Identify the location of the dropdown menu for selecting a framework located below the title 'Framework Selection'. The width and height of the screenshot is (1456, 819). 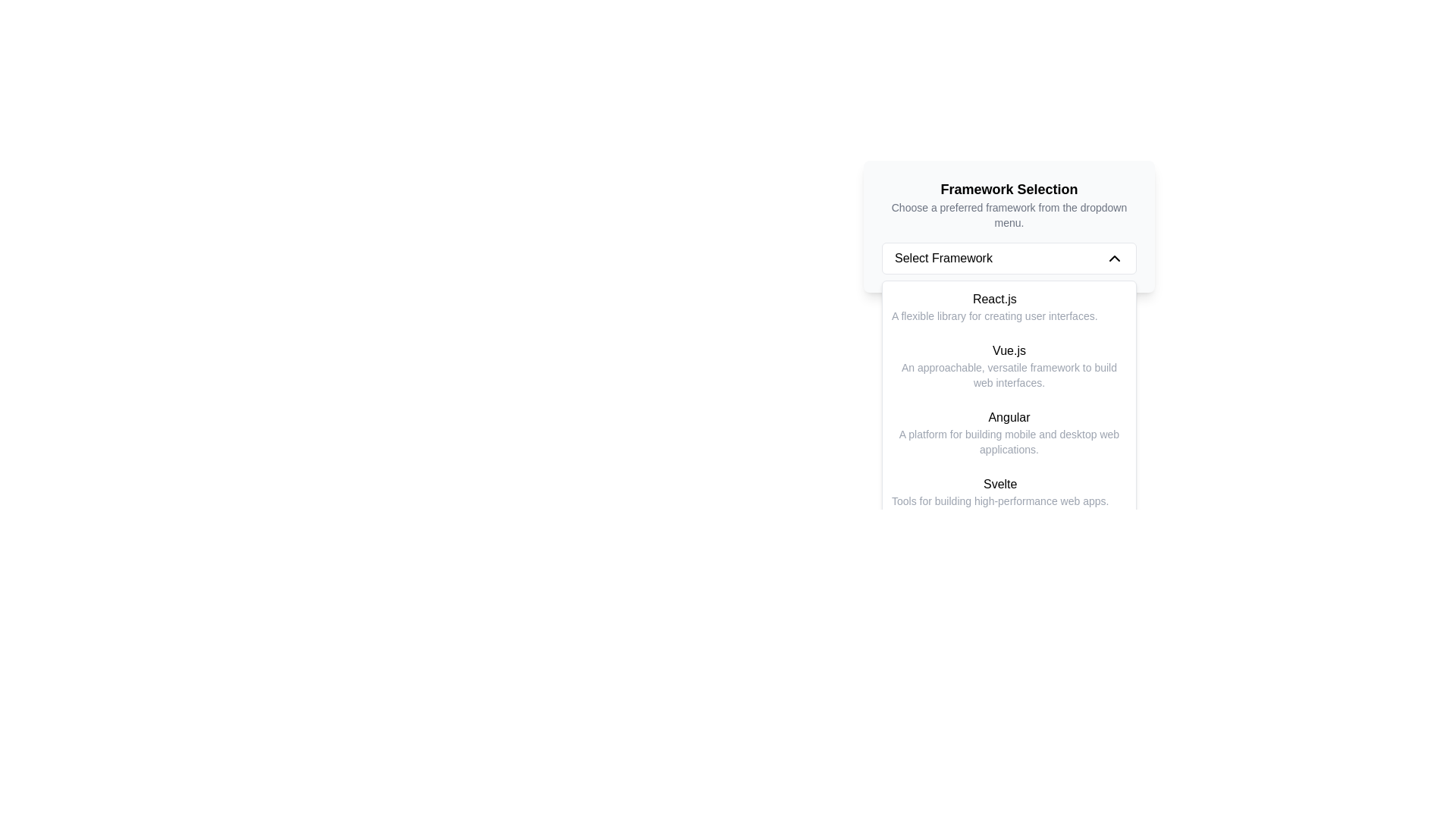
(1009, 257).